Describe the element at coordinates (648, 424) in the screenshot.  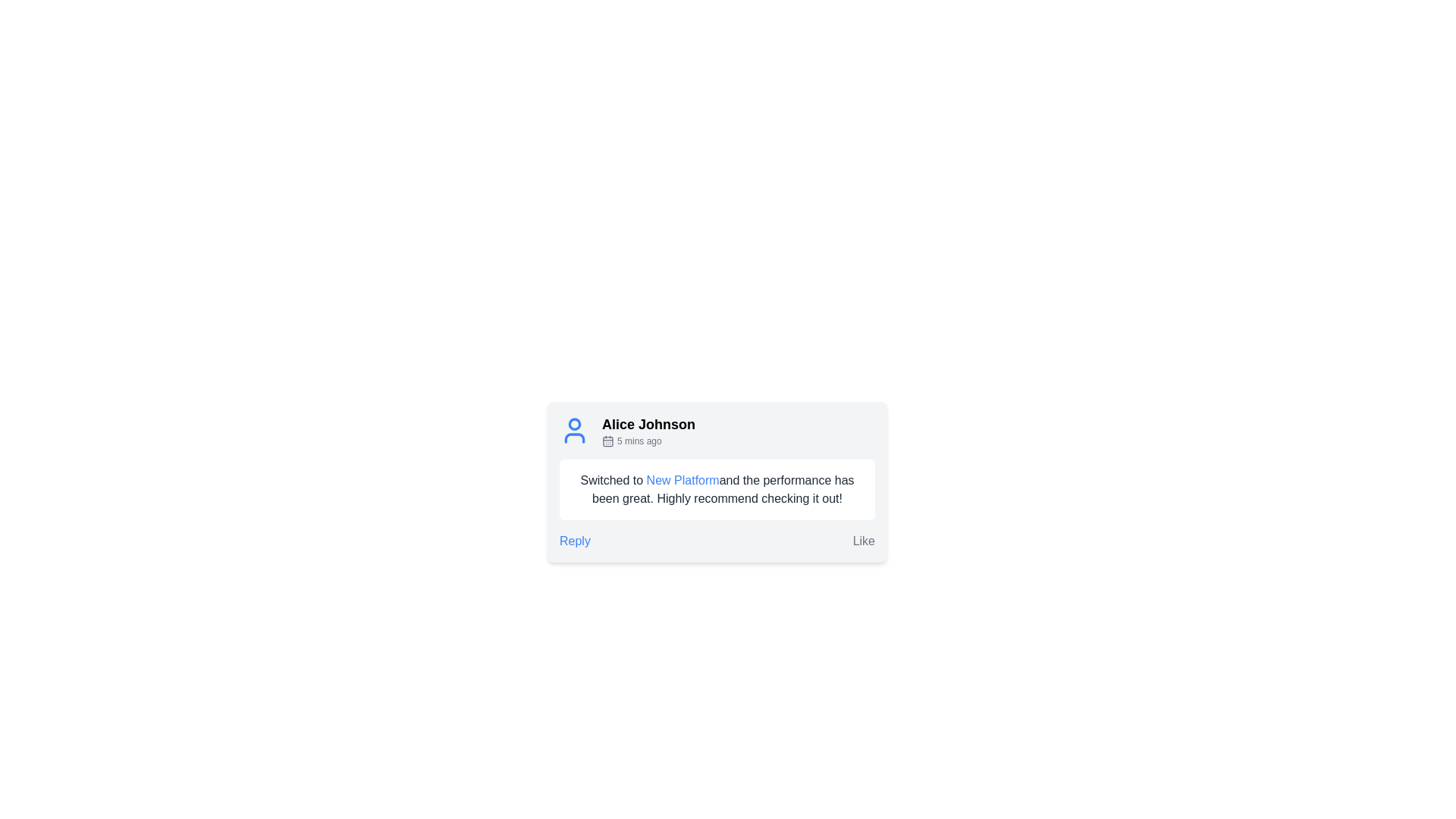
I see `the Text label that identifies the user who authored the comment or post, which is positioned above the text '5 mins ago' and to the right of a user profile icon` at that location.